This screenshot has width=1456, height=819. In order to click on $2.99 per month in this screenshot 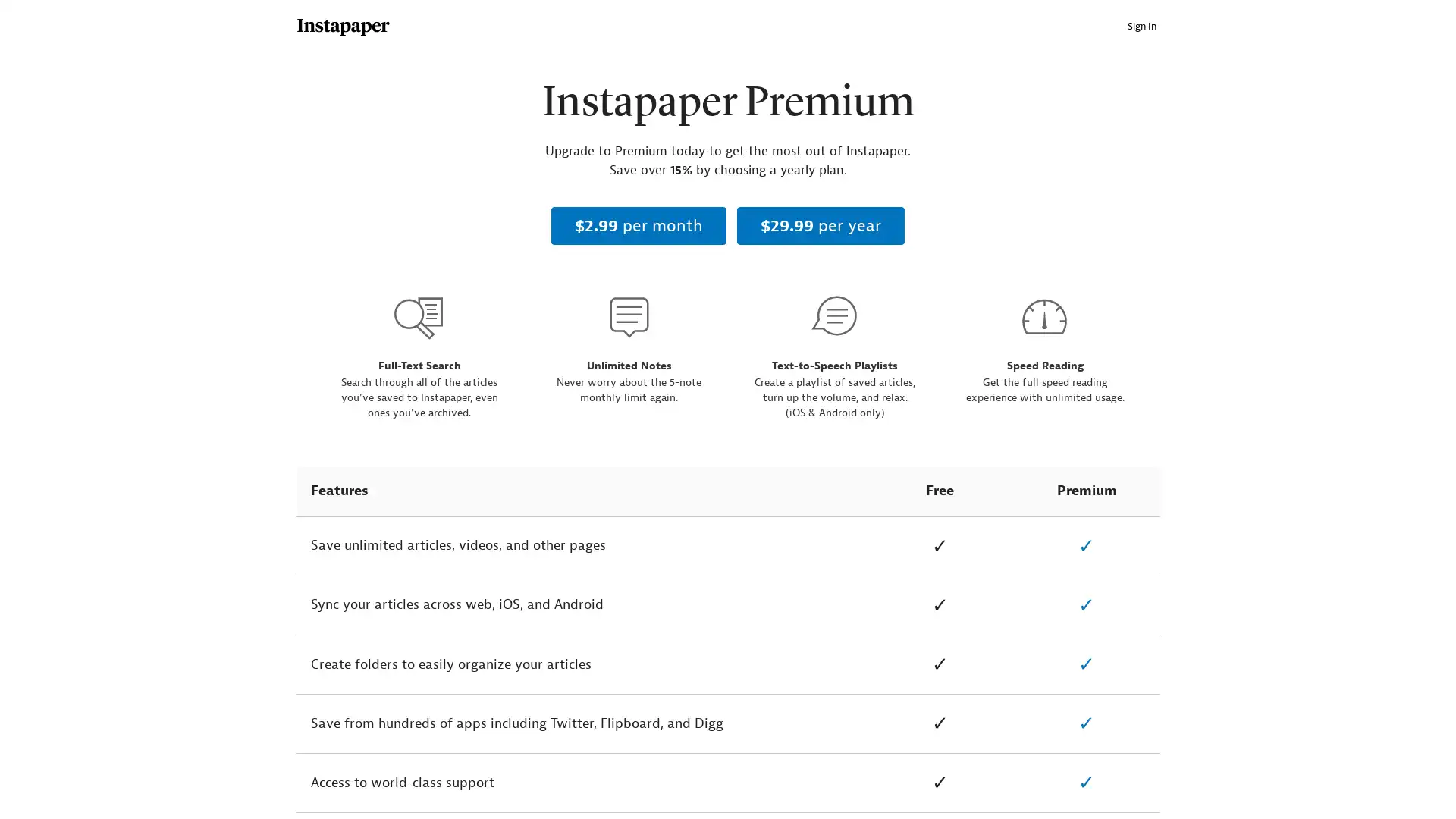, I will do `click(639, 225)`.